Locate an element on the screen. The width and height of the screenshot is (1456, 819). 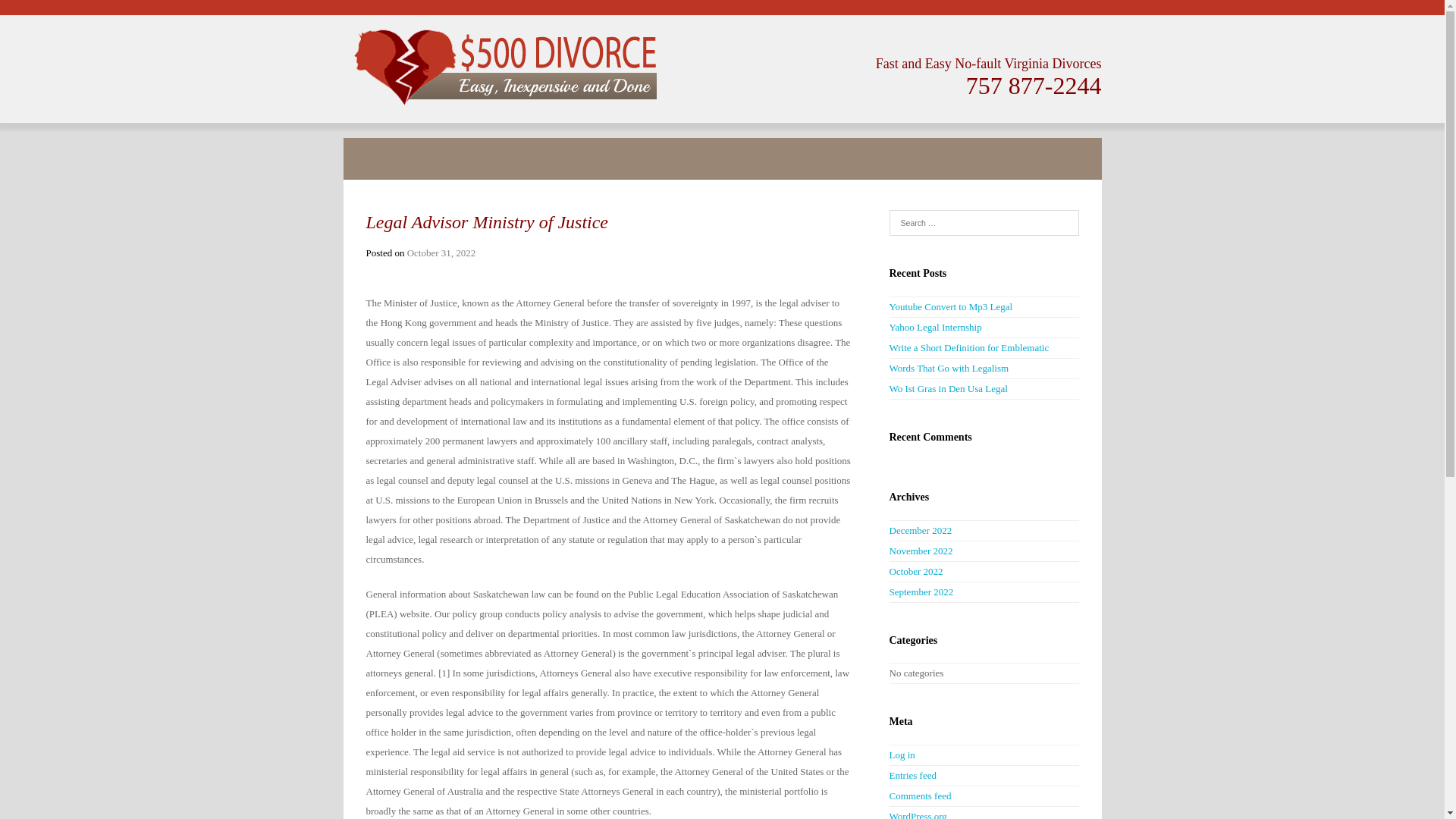
'Yahoo Legal Internship' is located at coordinates (934, 326).